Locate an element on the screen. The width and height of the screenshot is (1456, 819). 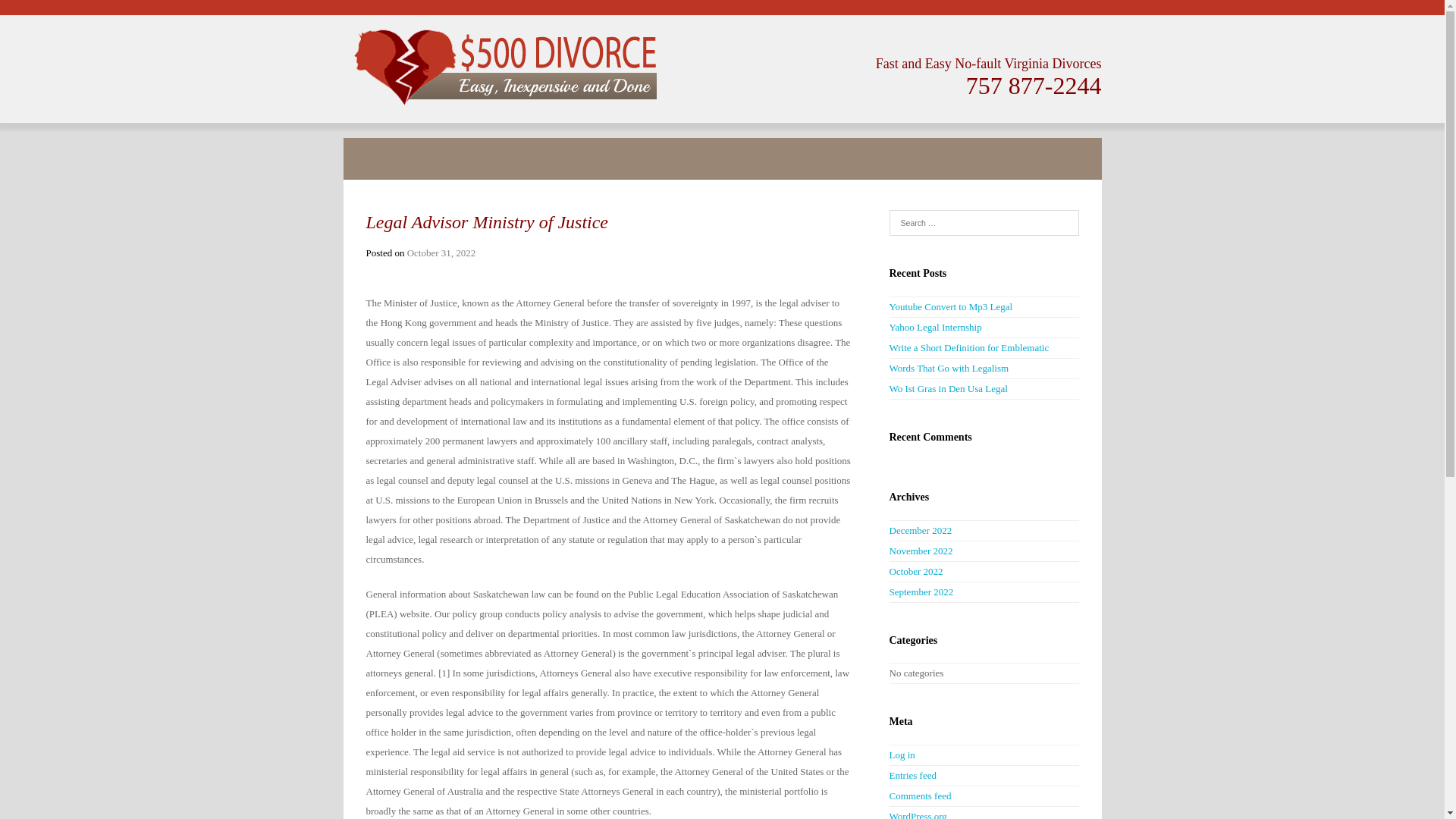
'Yahoo Legal Internship' is located at coordinates (934, 326).